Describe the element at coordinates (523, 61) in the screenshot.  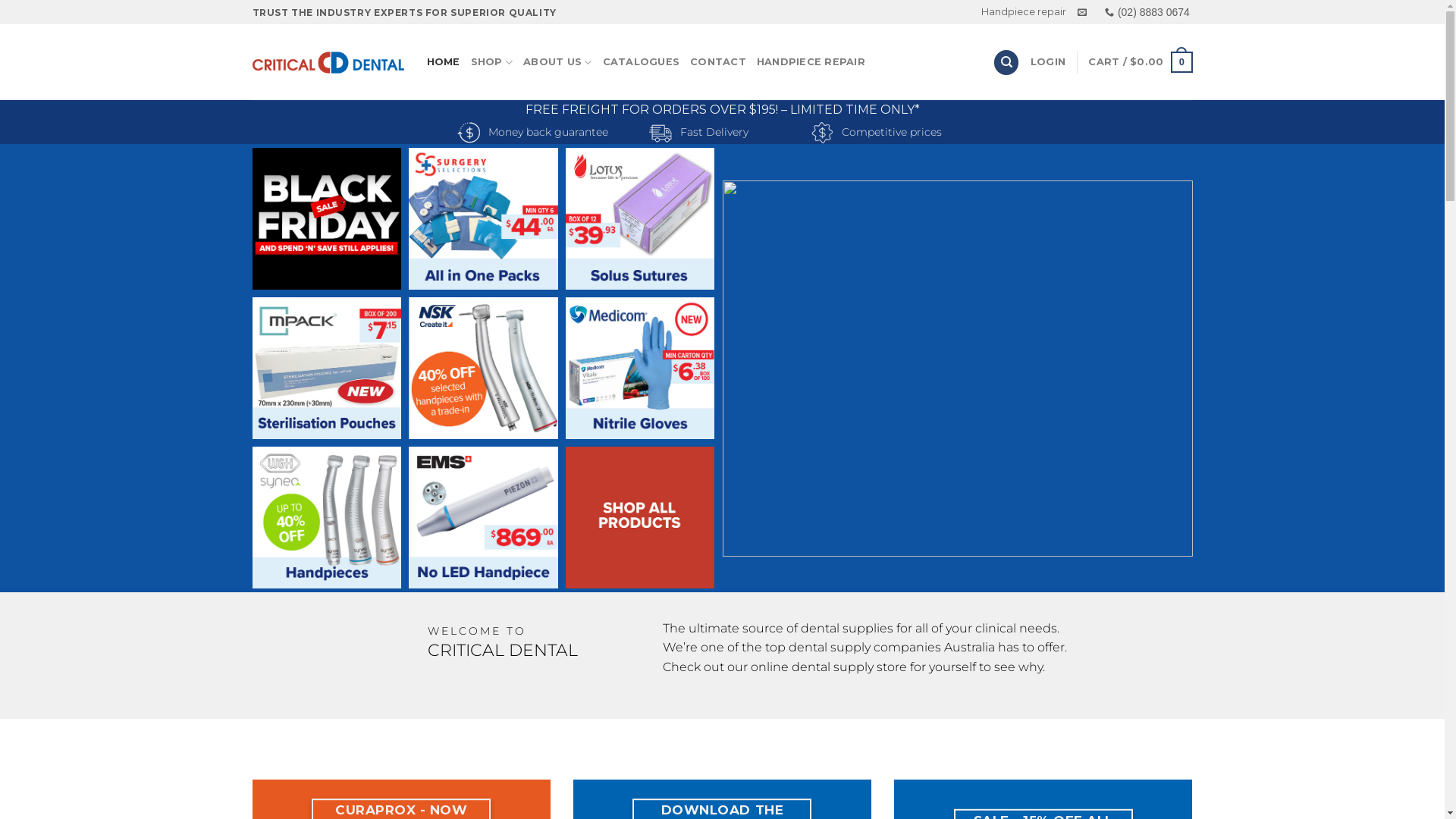
I see `'ABOUT US'` at that location.